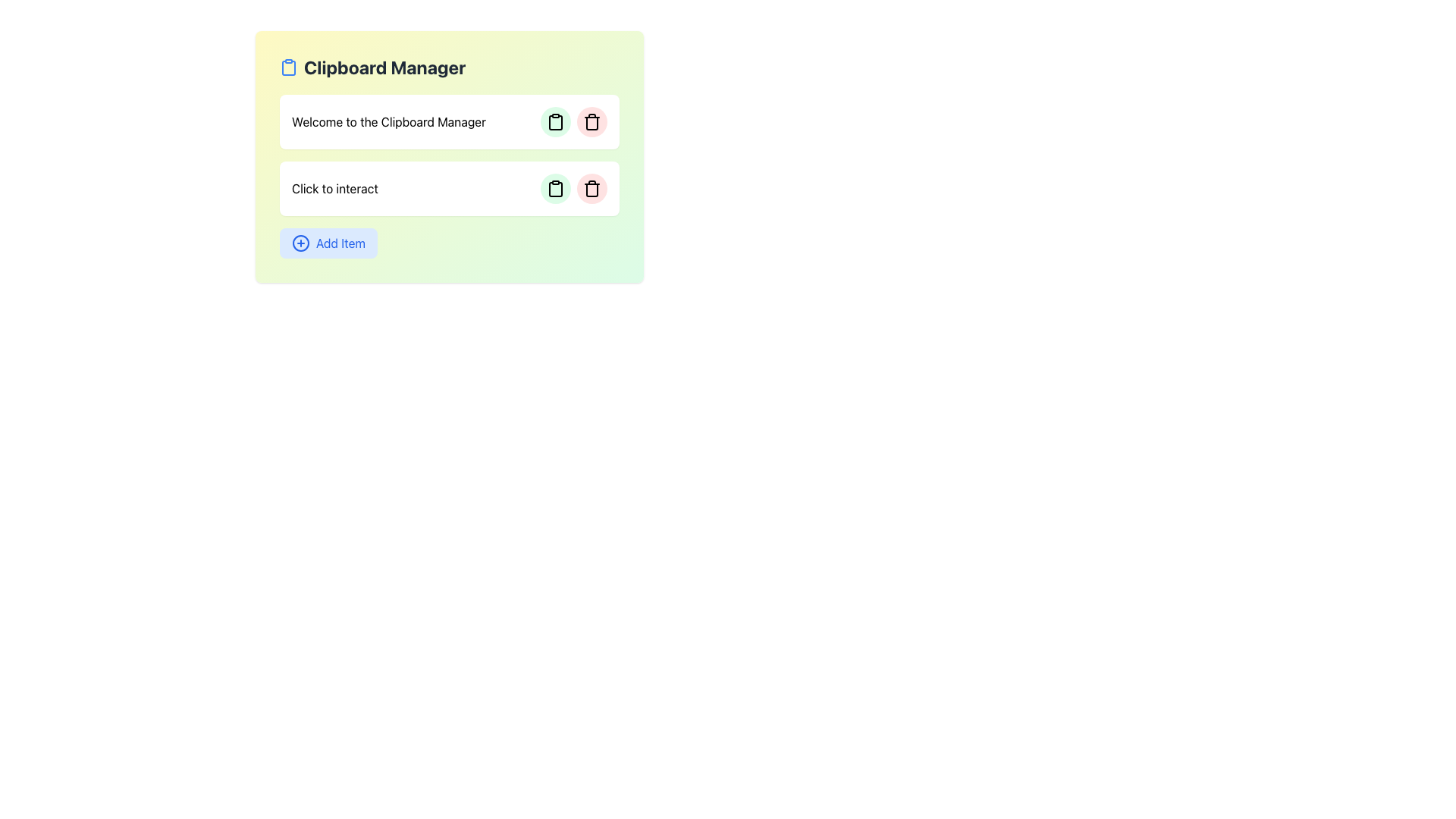 The height and width of the screenshot is (819, 1456). What do you see at coordinates (288, 66) in the screenshot?
I see `the clipboard-shaped icon with a blue stroke color located at the top-left corner of the application window, next to the 'Clipboard Manager' title` at bounding box center [288, 66].